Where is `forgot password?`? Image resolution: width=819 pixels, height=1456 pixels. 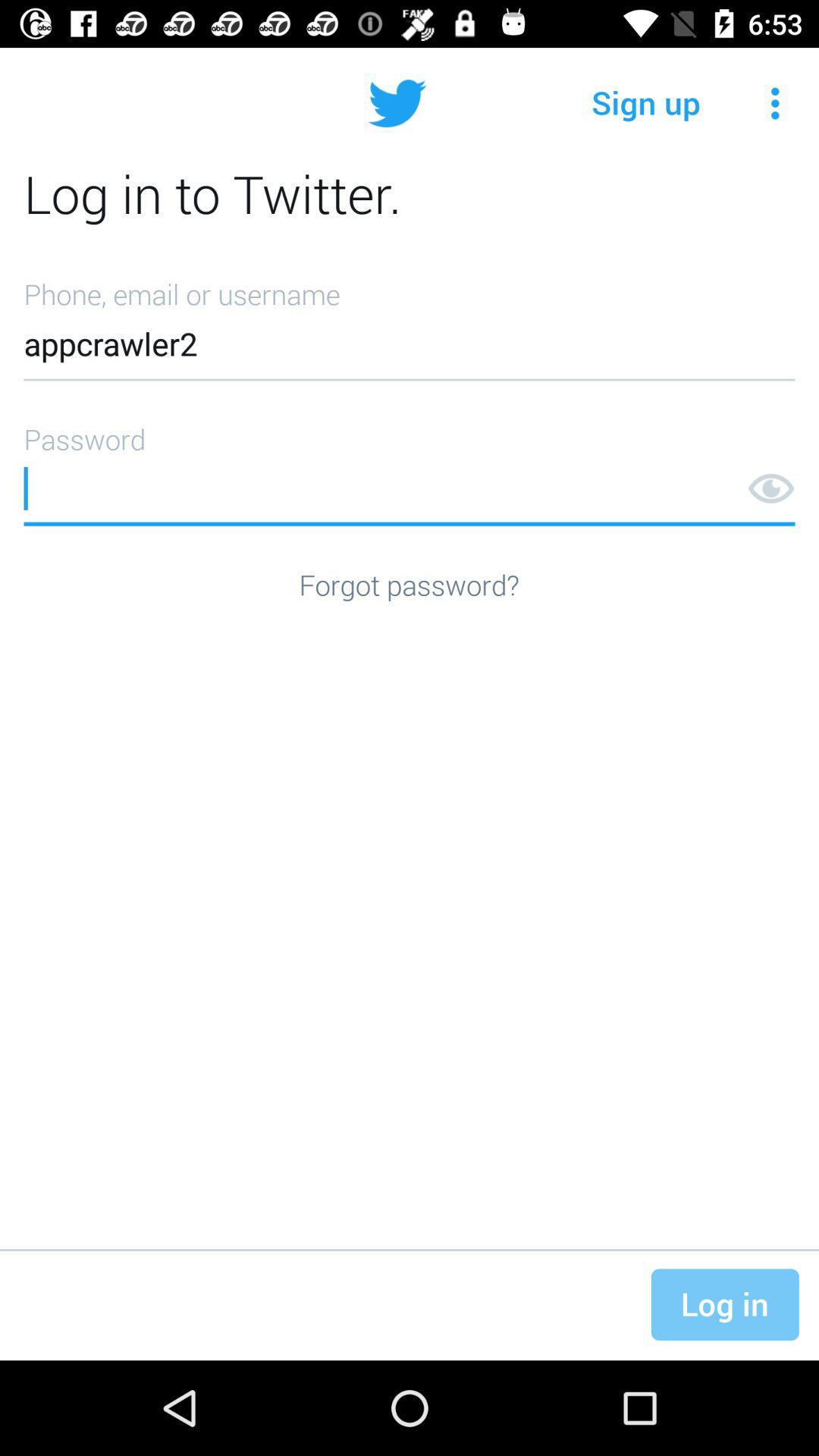 forgot password? is located at coordinates (408, 584).